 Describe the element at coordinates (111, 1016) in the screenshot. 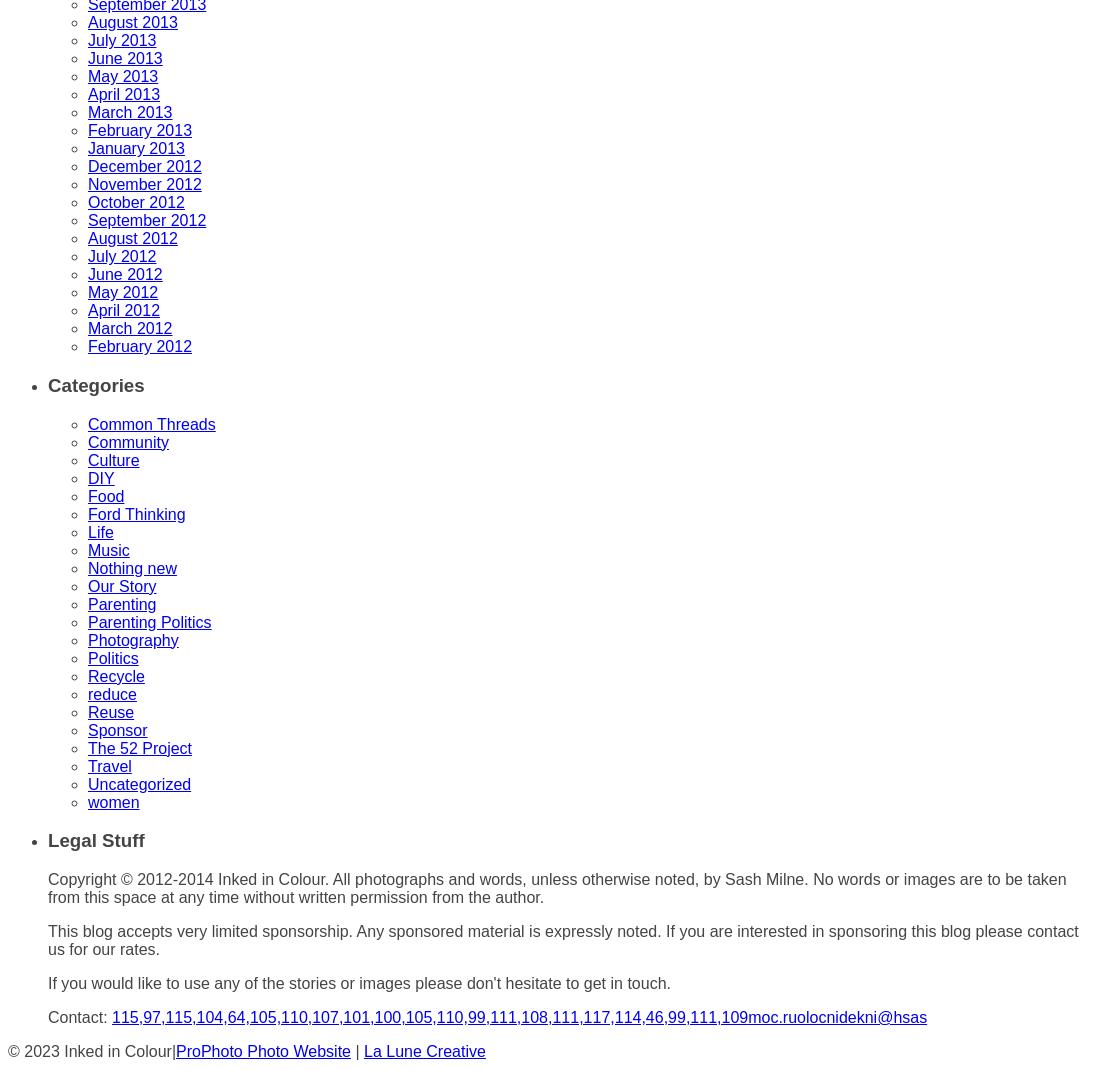

I see `'115,97,115,104,64,105,110,107,101,100,105,110,99,111,108,111,117,114,46,99,111,109'` at that location.